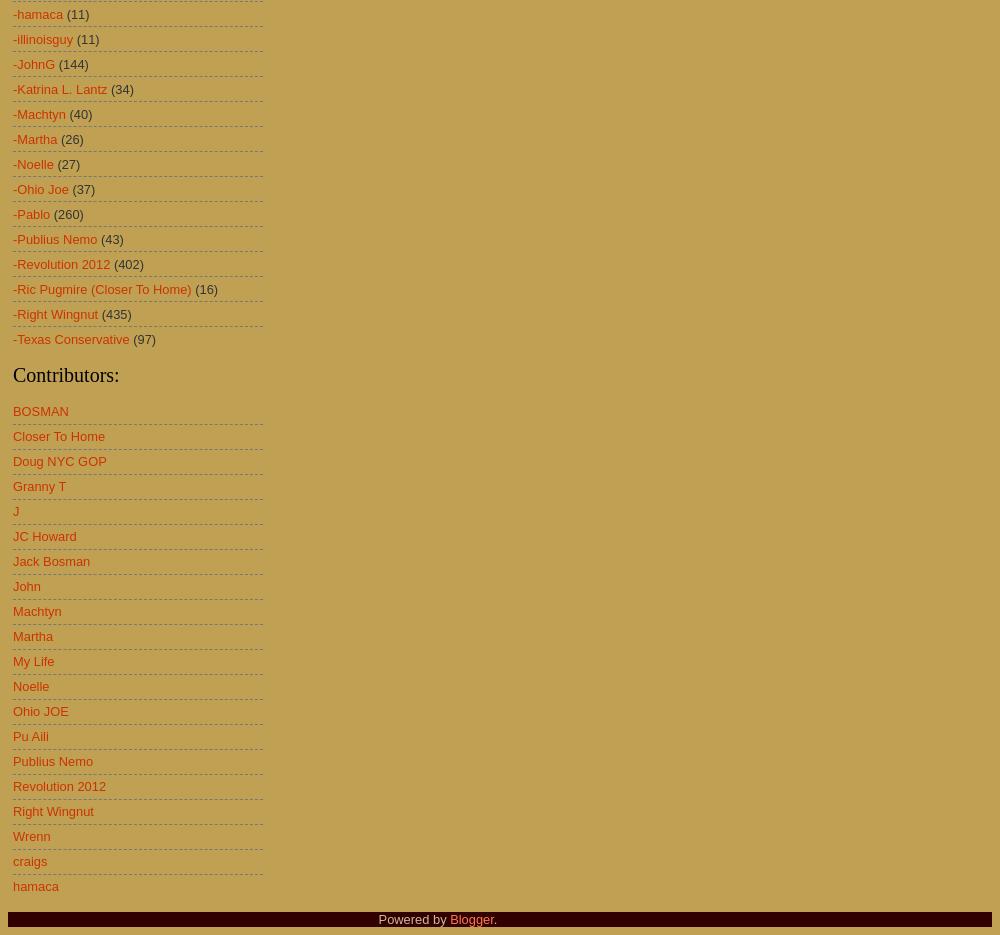  Describe the element at coordinates (100, 238) in the screenshot. I see `'(43)'` at that location.